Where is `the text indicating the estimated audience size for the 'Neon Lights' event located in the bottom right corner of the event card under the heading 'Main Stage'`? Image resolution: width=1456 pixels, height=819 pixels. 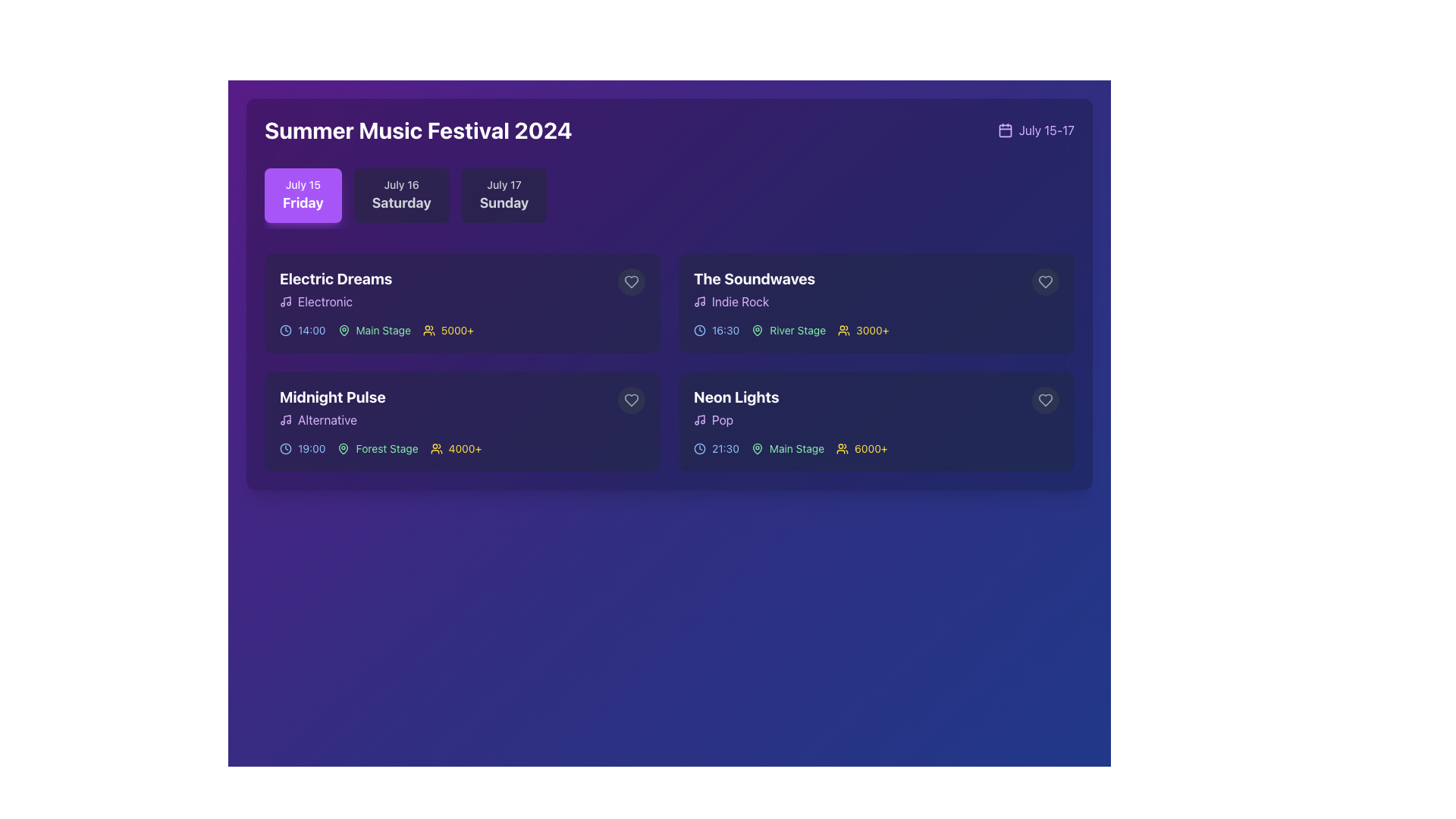
the text indicating the estimated audience size for the 'Neon Lights' event located in the bottom right corner of the event card under the heading 'Main Stage' is located at coordinates (861, 447).